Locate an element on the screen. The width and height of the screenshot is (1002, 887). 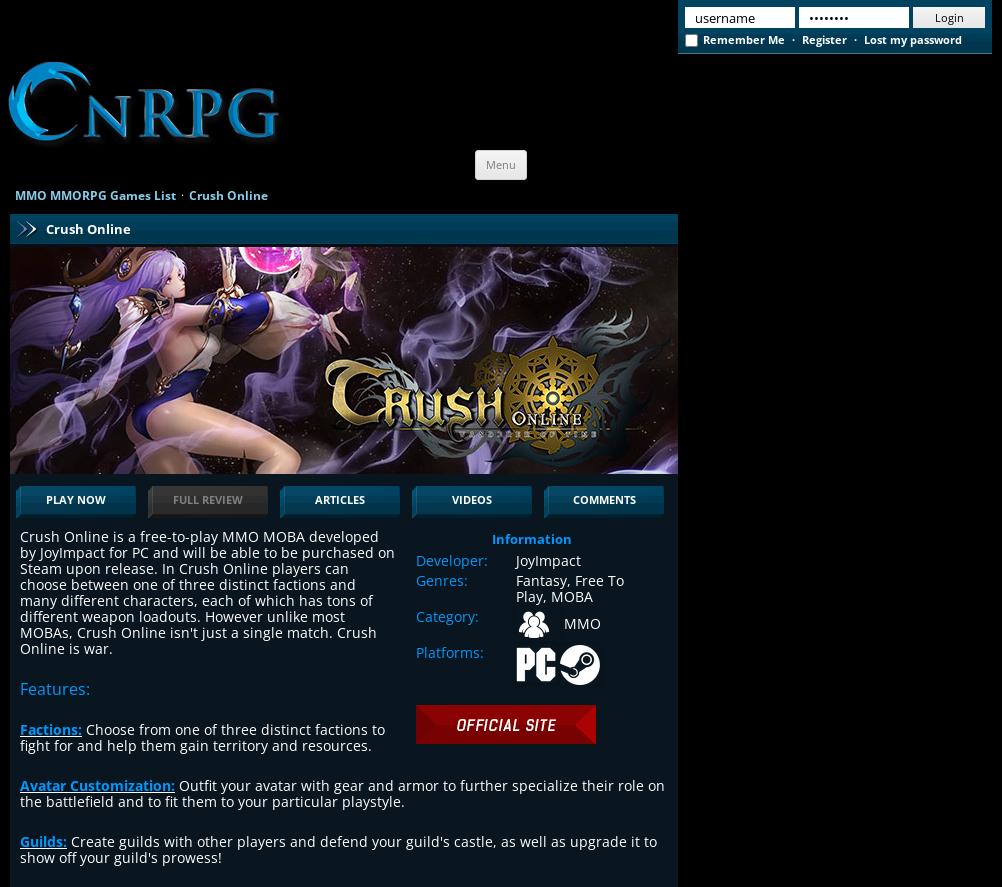
'Factions:' is located at coordinates (51, 728).